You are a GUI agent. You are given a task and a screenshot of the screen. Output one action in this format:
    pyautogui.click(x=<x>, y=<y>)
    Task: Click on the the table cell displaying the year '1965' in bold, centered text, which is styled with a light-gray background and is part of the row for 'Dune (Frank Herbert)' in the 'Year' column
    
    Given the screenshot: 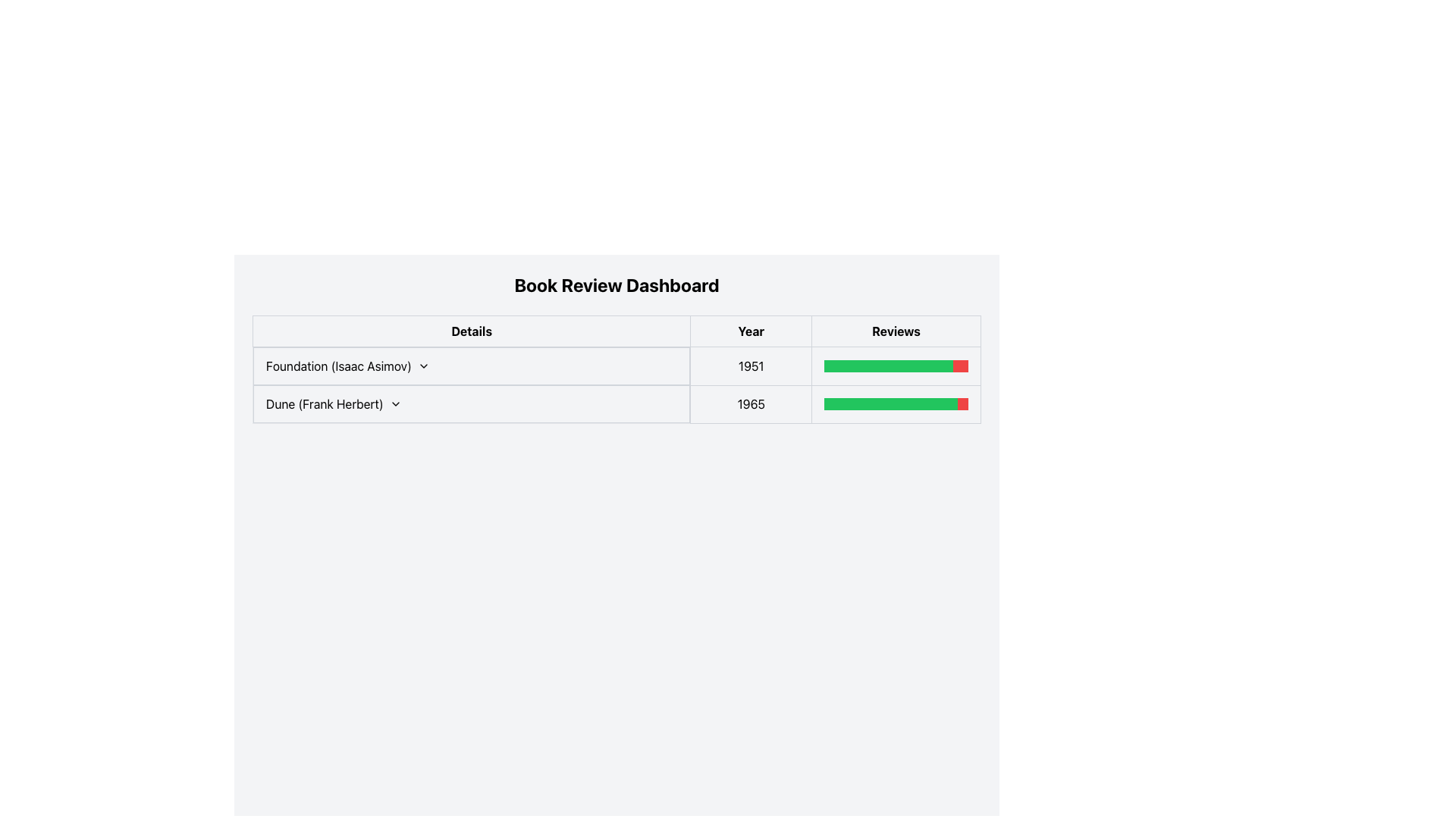 What is the action you would take?
    pyautogui.click(x=751, y=403)
    